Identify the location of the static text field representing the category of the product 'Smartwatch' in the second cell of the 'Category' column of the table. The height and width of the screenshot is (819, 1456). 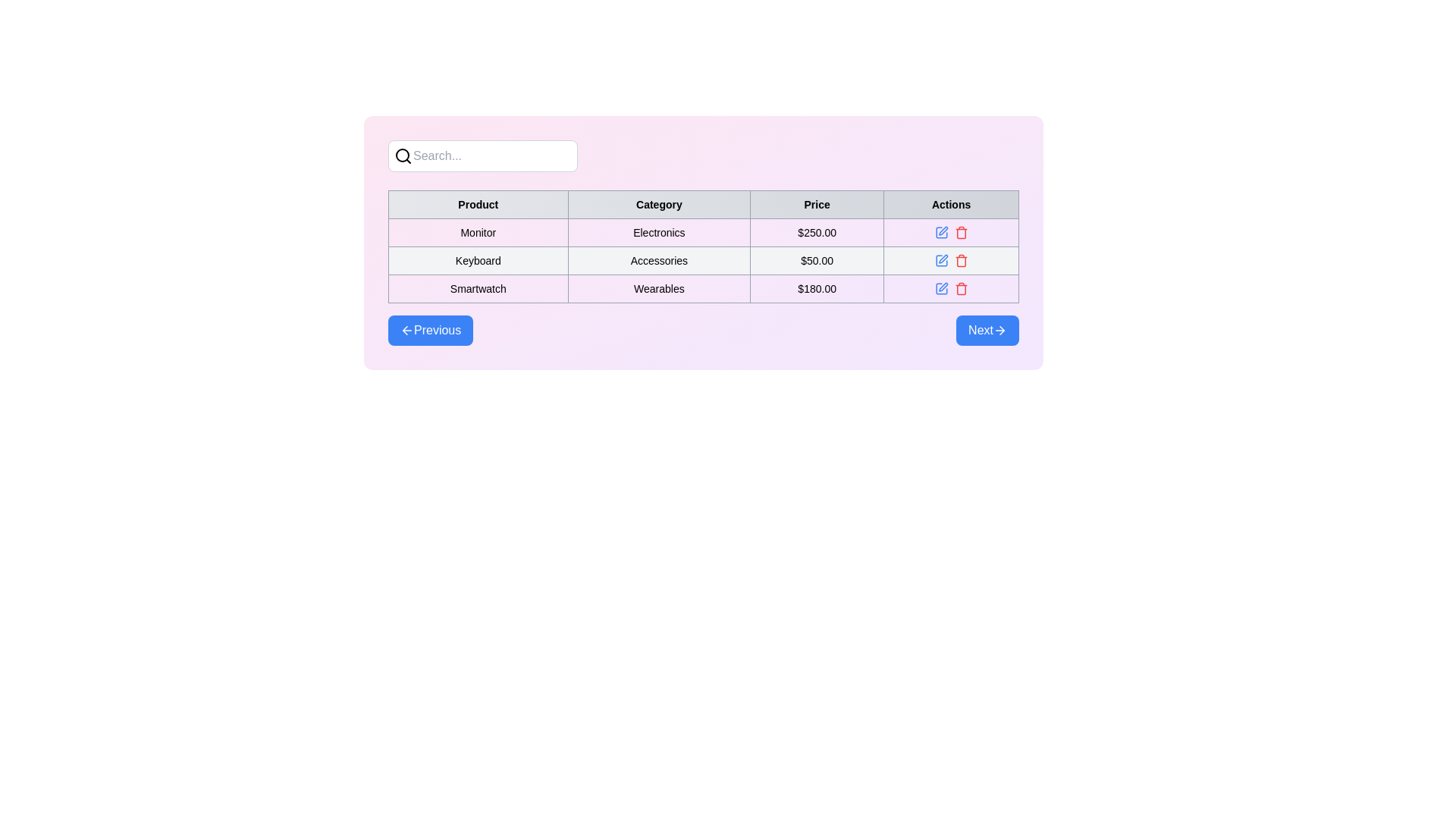
(659, 289).